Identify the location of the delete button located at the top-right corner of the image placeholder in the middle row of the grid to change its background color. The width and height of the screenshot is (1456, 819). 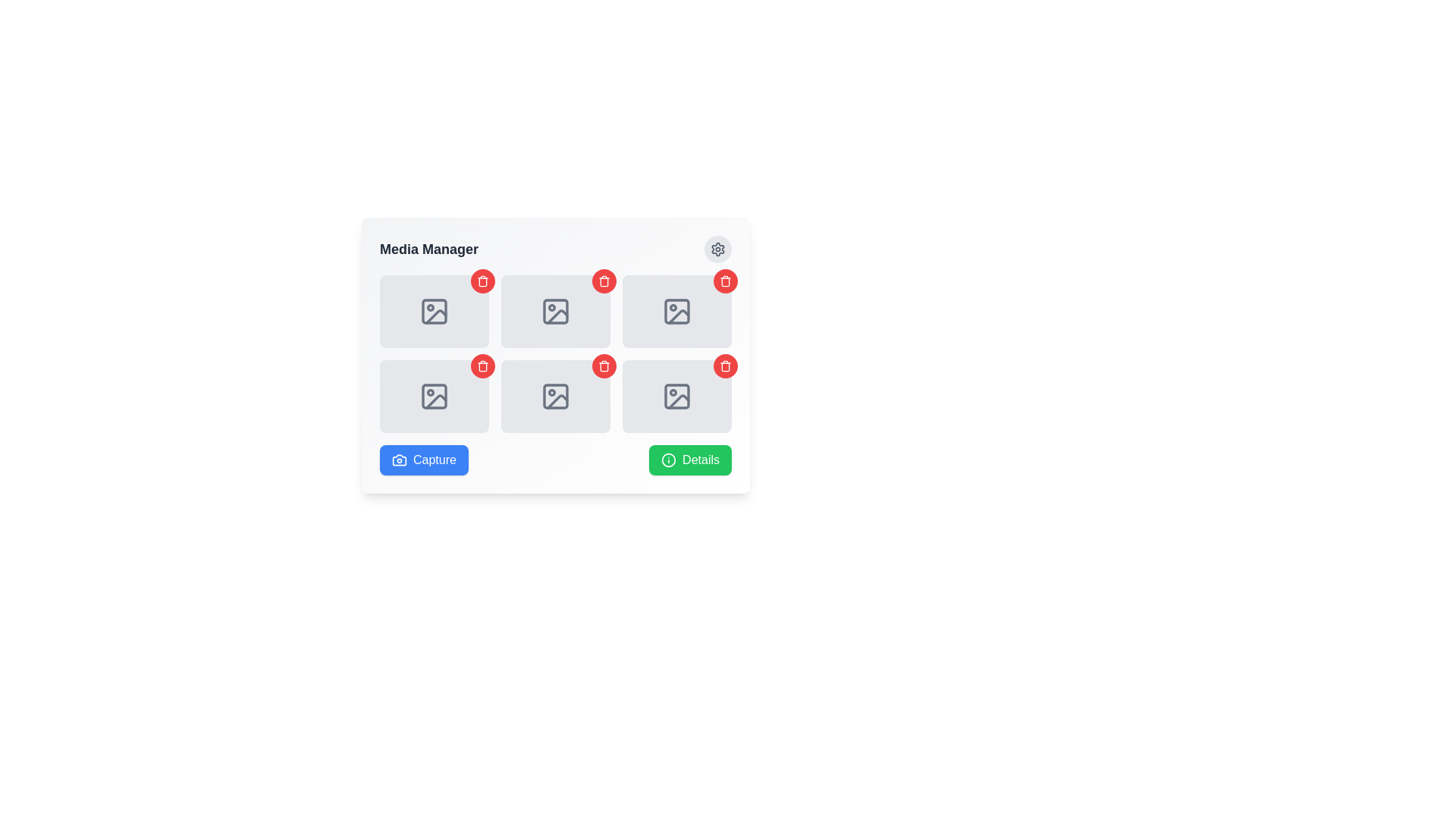
(603, 366).